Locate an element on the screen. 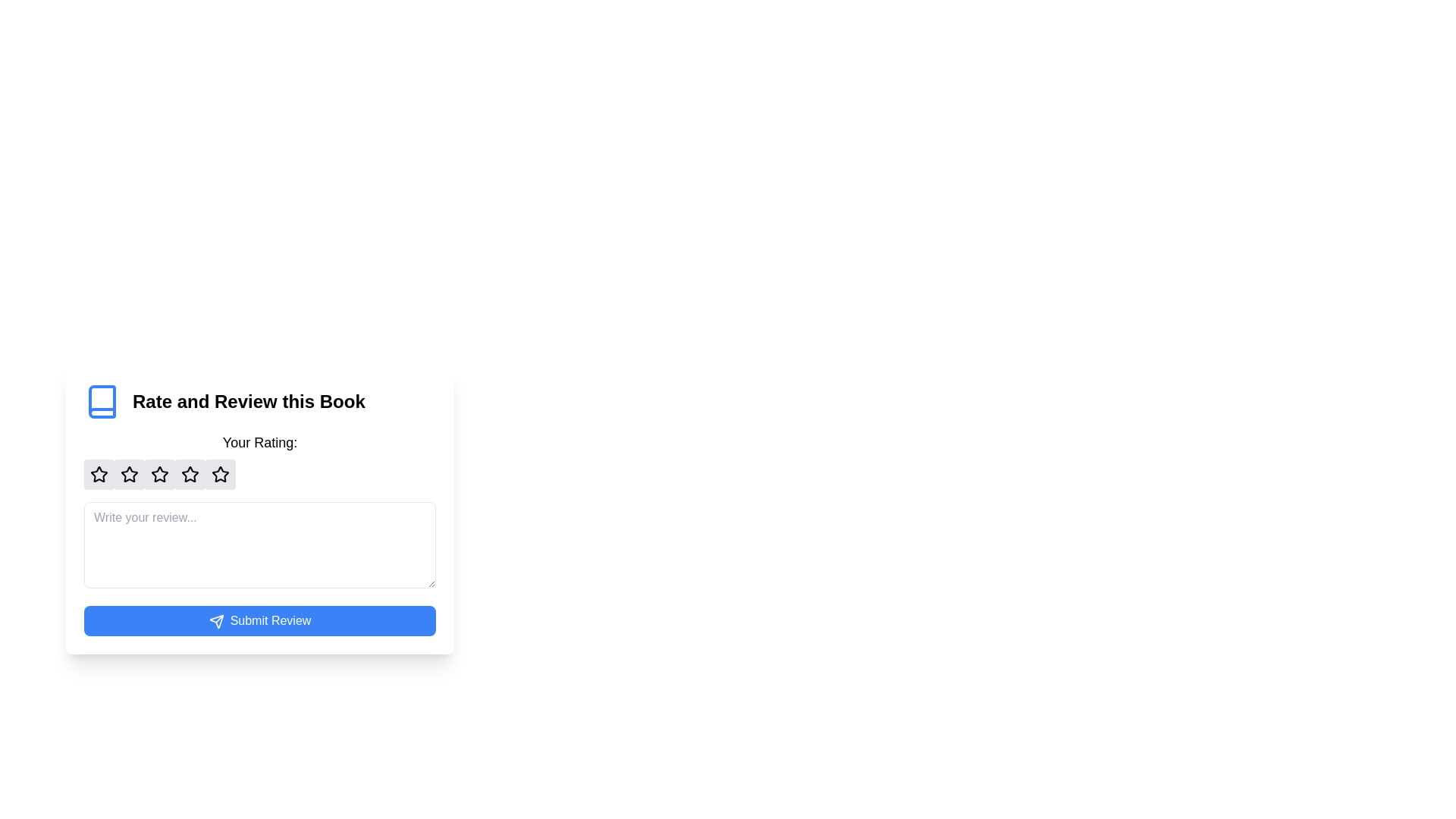  the first star-shaped icon in the rating interface is located at coordinates (98, 473).